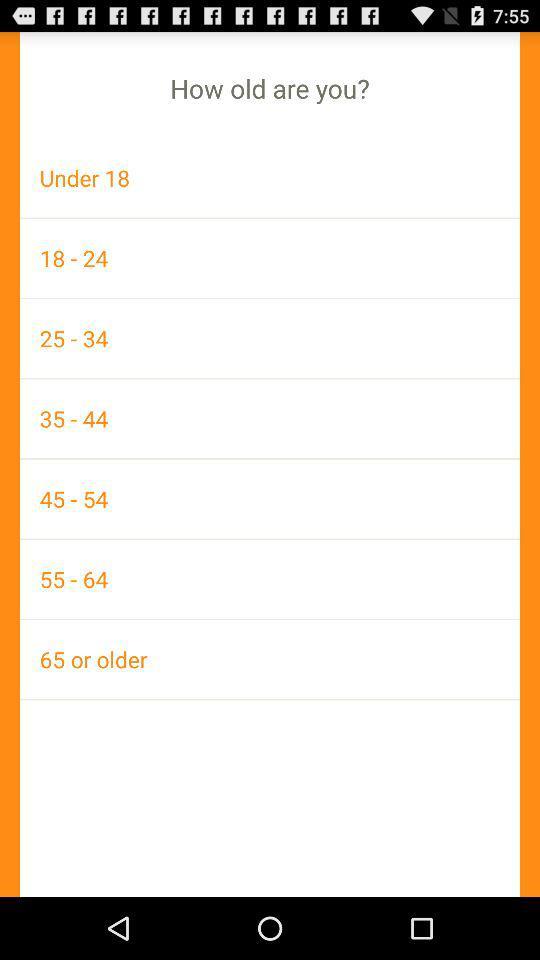 The height and width of the screenshot is (960, 540). Describe the element at coordinates (270, 498) in the screenshot. I see `the icon above 55 - 64 item` at that location.